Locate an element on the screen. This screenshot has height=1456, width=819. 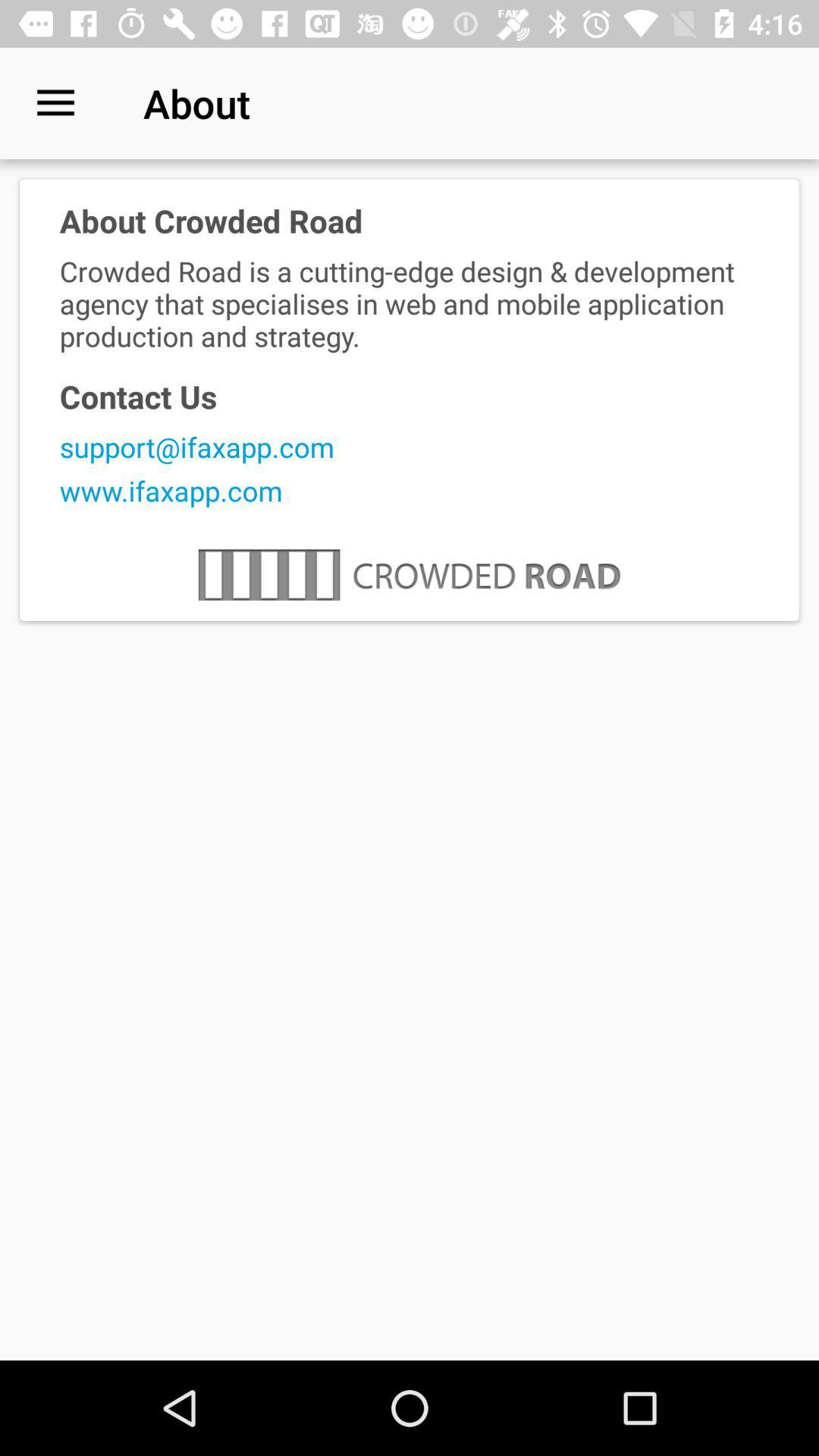
the icon to the left of the about item is located at coordinates (55, 102).